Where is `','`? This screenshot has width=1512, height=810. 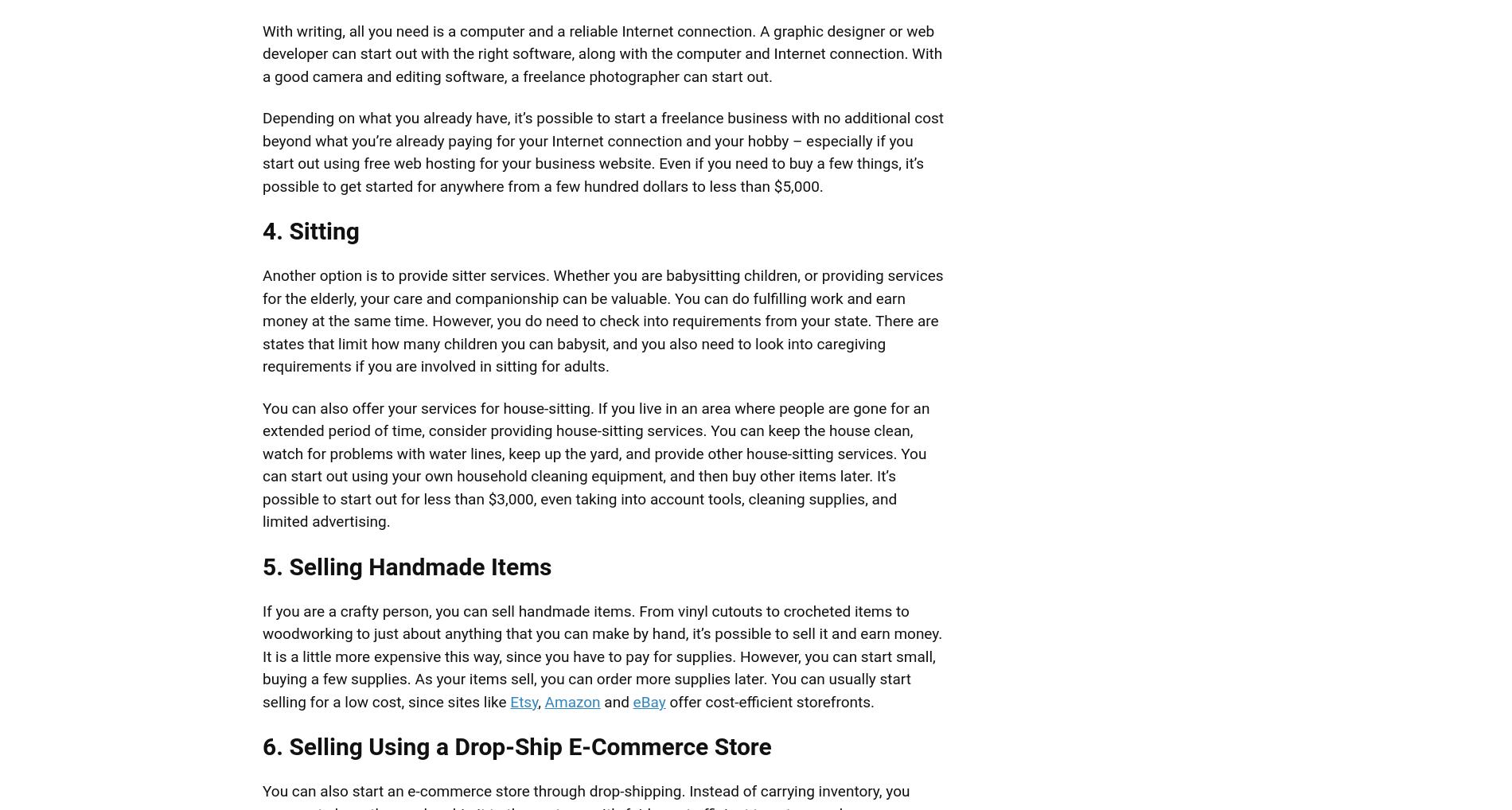 ',' is located at coordinates (541, 701).